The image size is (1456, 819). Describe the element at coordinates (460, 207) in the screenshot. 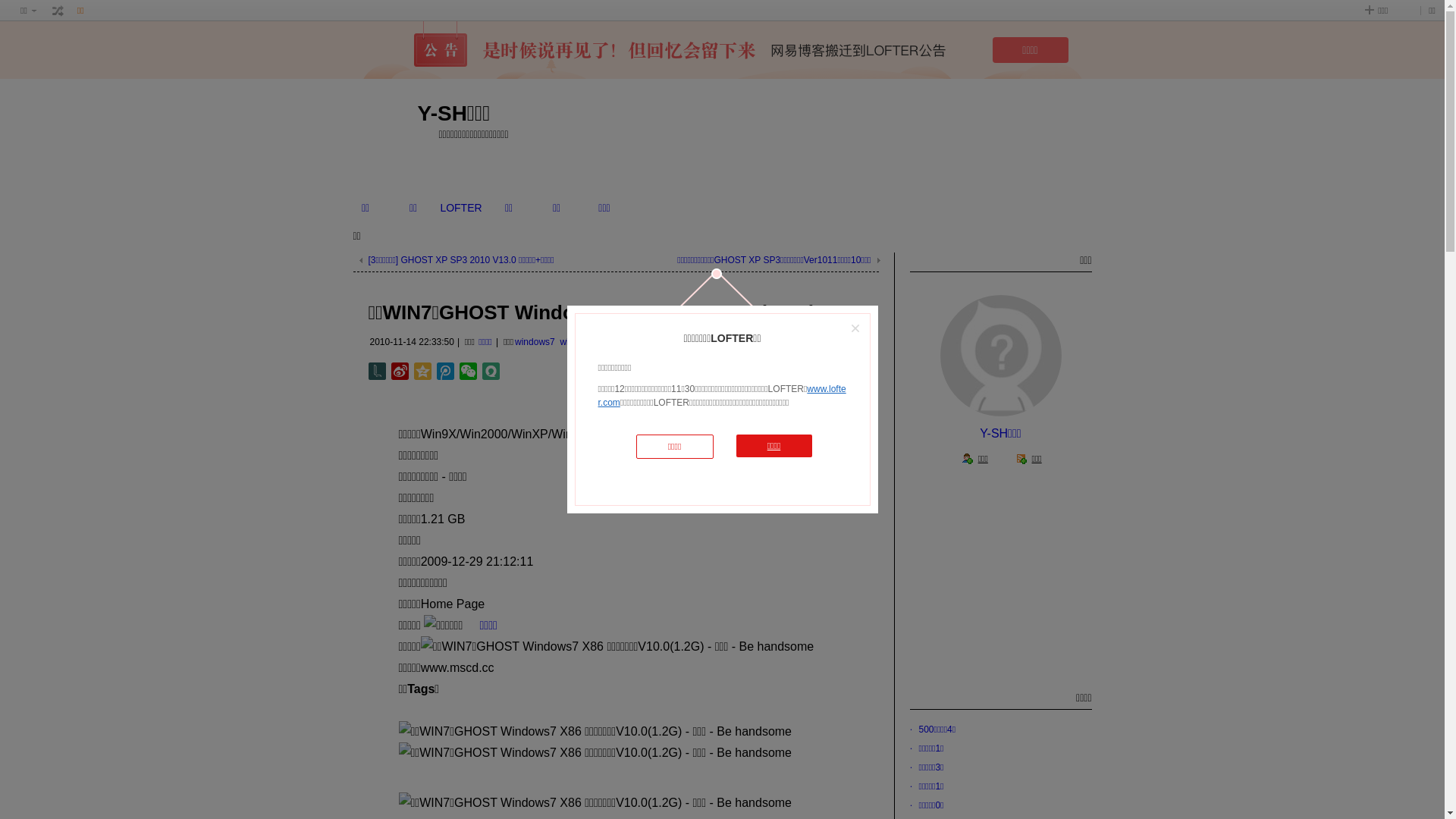

I see `'LOFTER'` at that location.